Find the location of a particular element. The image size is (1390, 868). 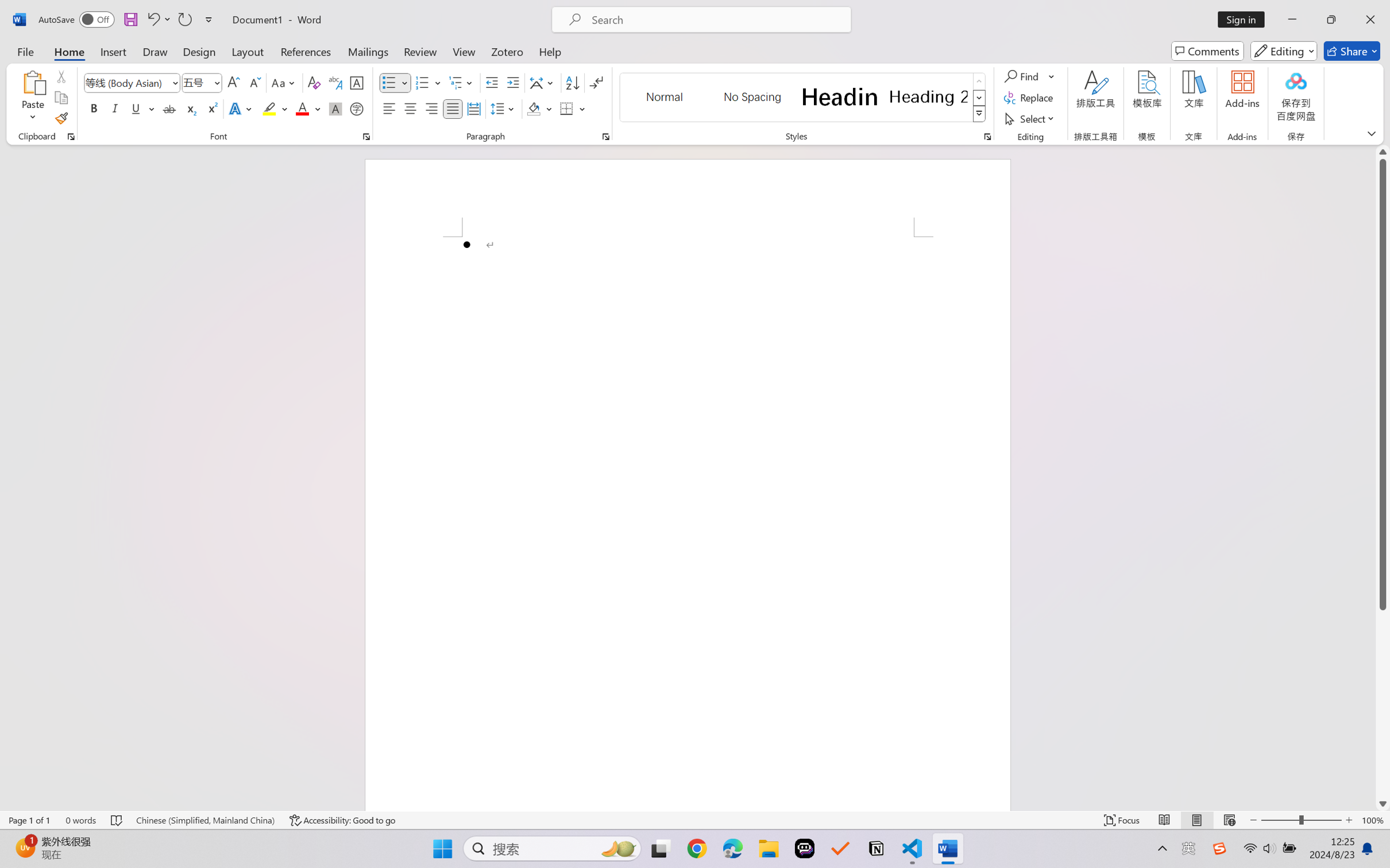

'Page down' is located at coordinates (1383, 703).